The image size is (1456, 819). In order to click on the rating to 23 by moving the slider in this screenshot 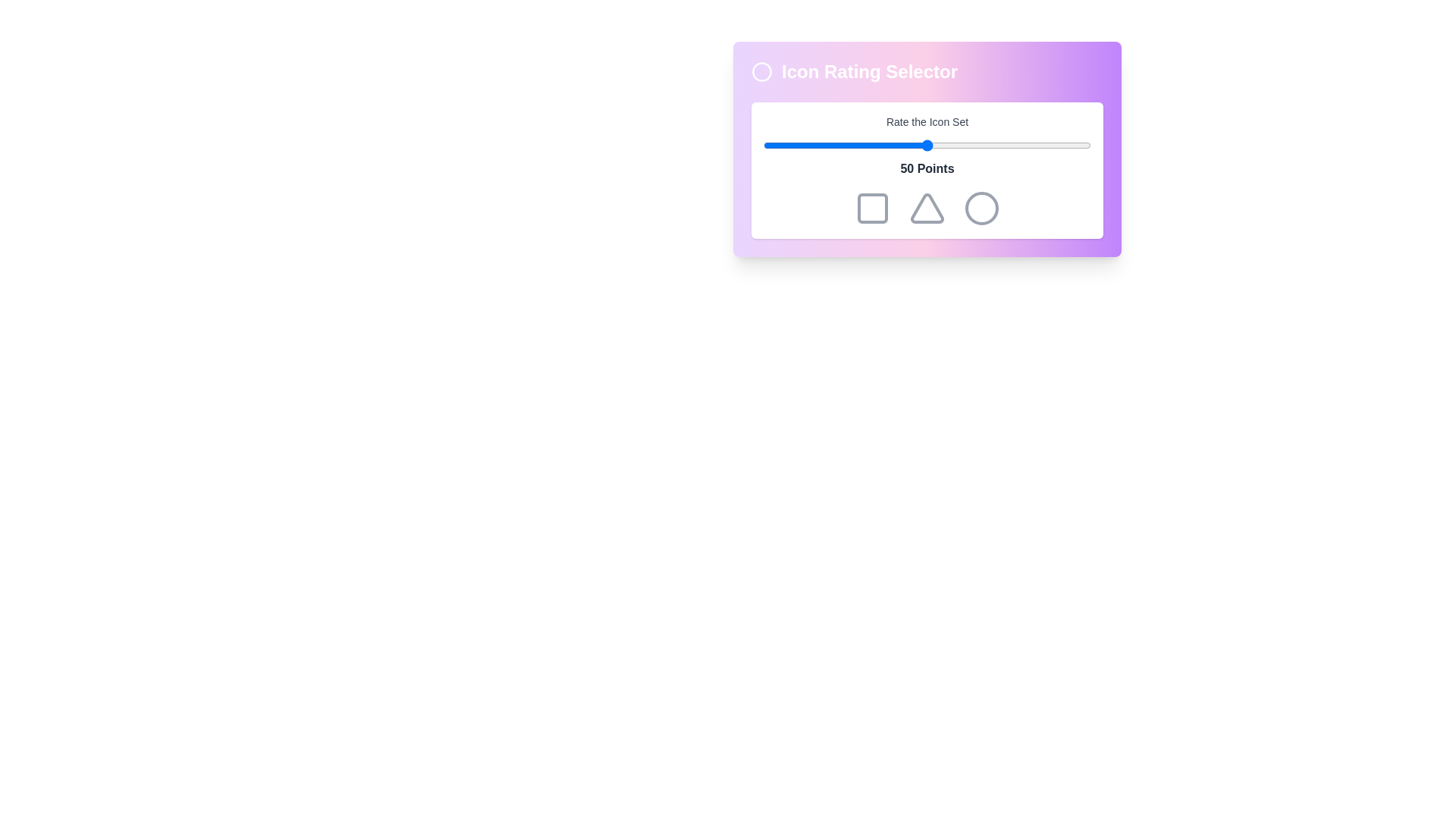, I will do `click(838, 146)`.